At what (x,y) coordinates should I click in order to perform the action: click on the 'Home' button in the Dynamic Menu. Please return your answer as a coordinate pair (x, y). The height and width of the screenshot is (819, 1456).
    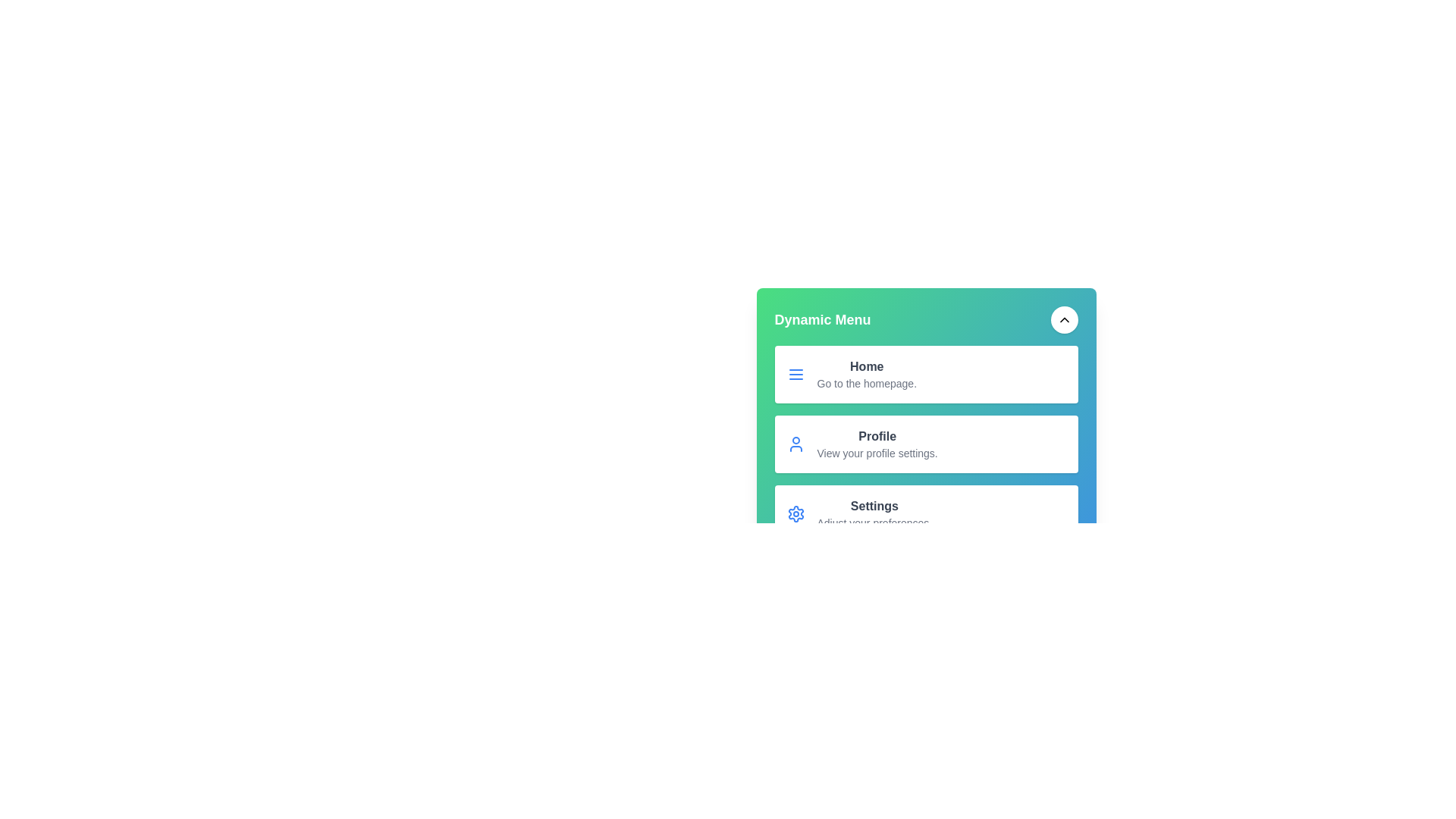
    Looking at the image, I should click on (925, 374).